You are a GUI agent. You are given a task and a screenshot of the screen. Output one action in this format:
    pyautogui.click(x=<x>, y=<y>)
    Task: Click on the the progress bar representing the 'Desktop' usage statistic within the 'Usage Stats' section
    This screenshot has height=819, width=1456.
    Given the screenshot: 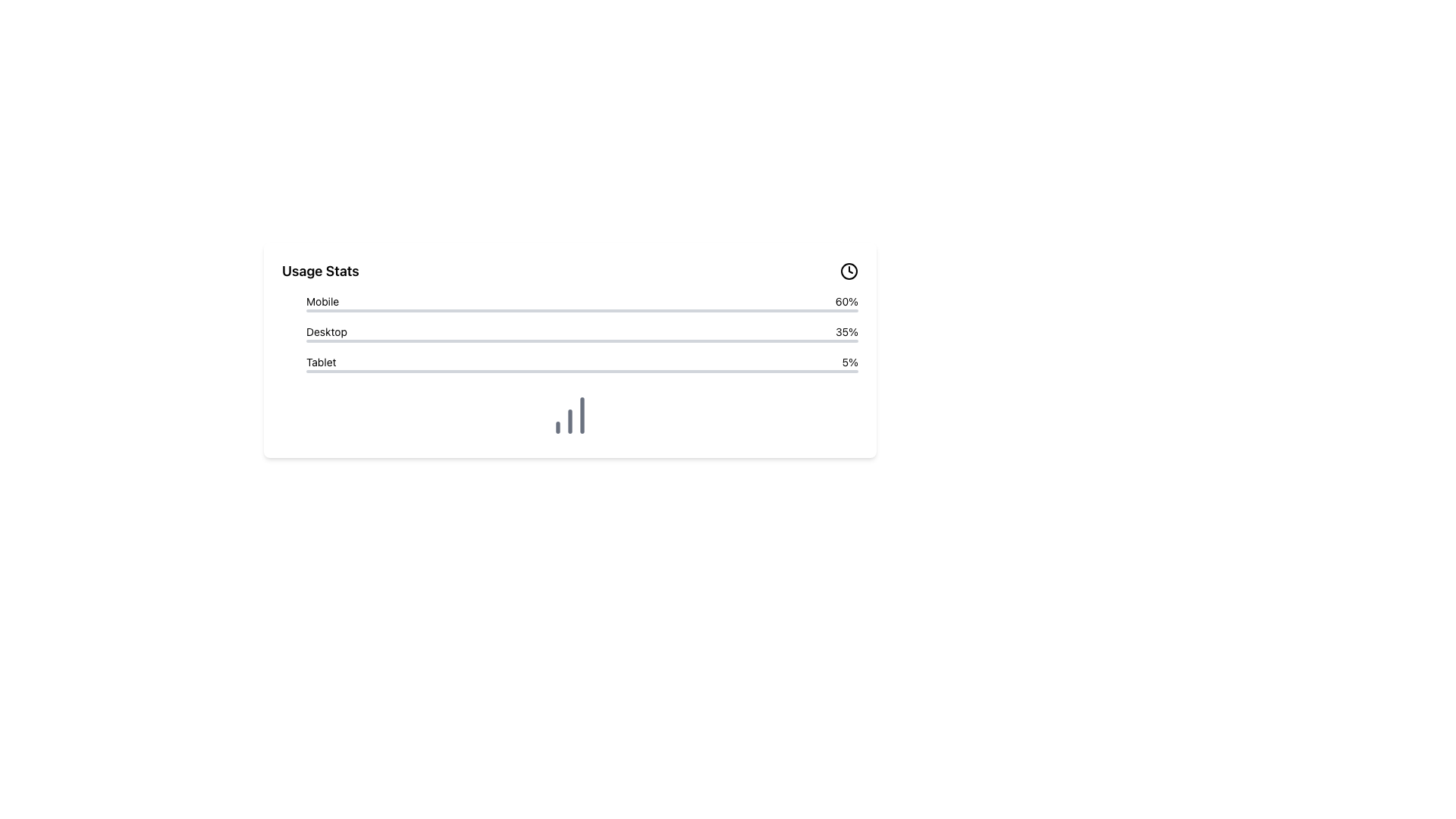 What is the action you would take?
    pyautogui.click(x=403, y=341)
    